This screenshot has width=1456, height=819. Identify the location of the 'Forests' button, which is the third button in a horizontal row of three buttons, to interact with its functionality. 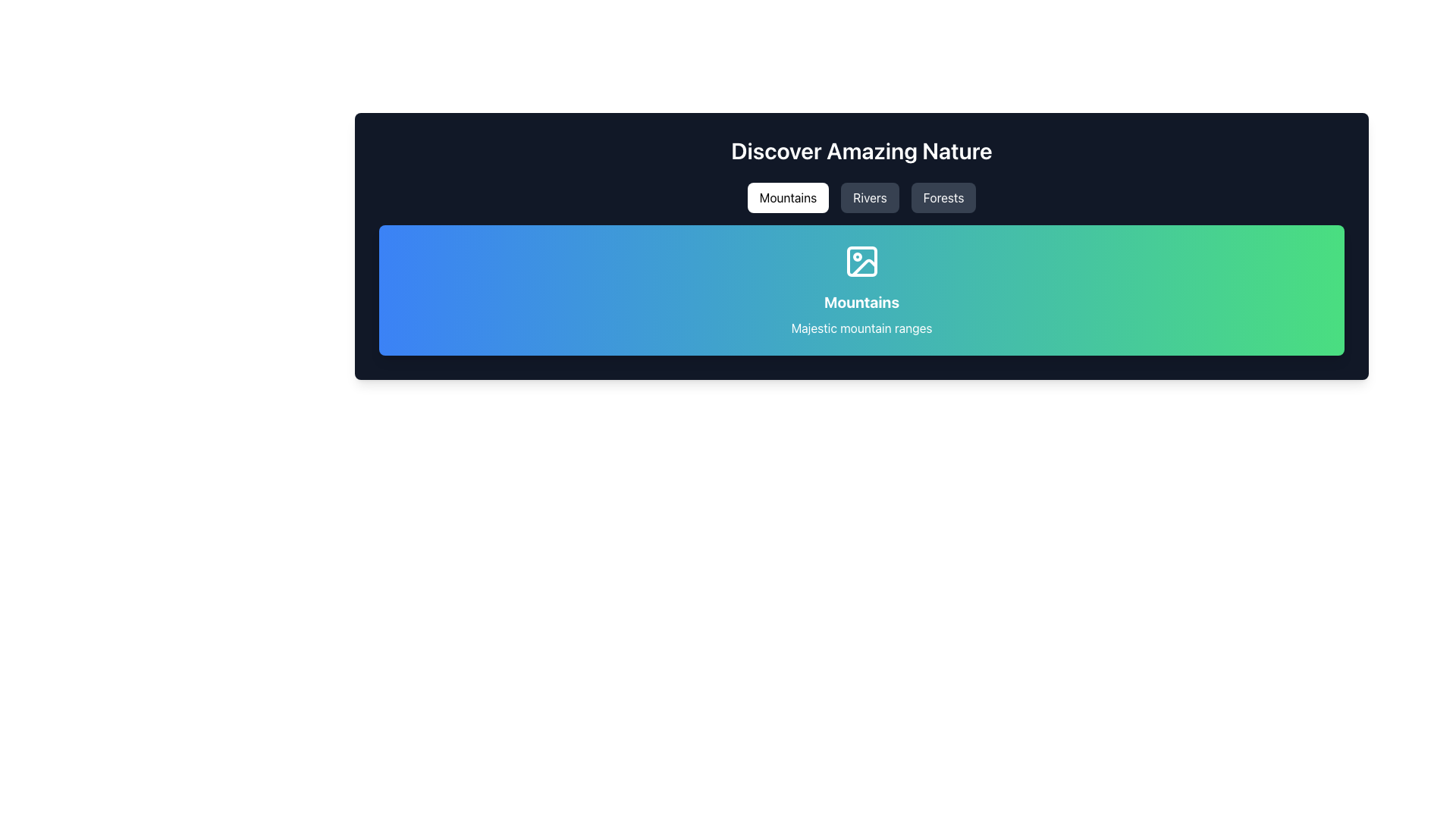
(943, 197).